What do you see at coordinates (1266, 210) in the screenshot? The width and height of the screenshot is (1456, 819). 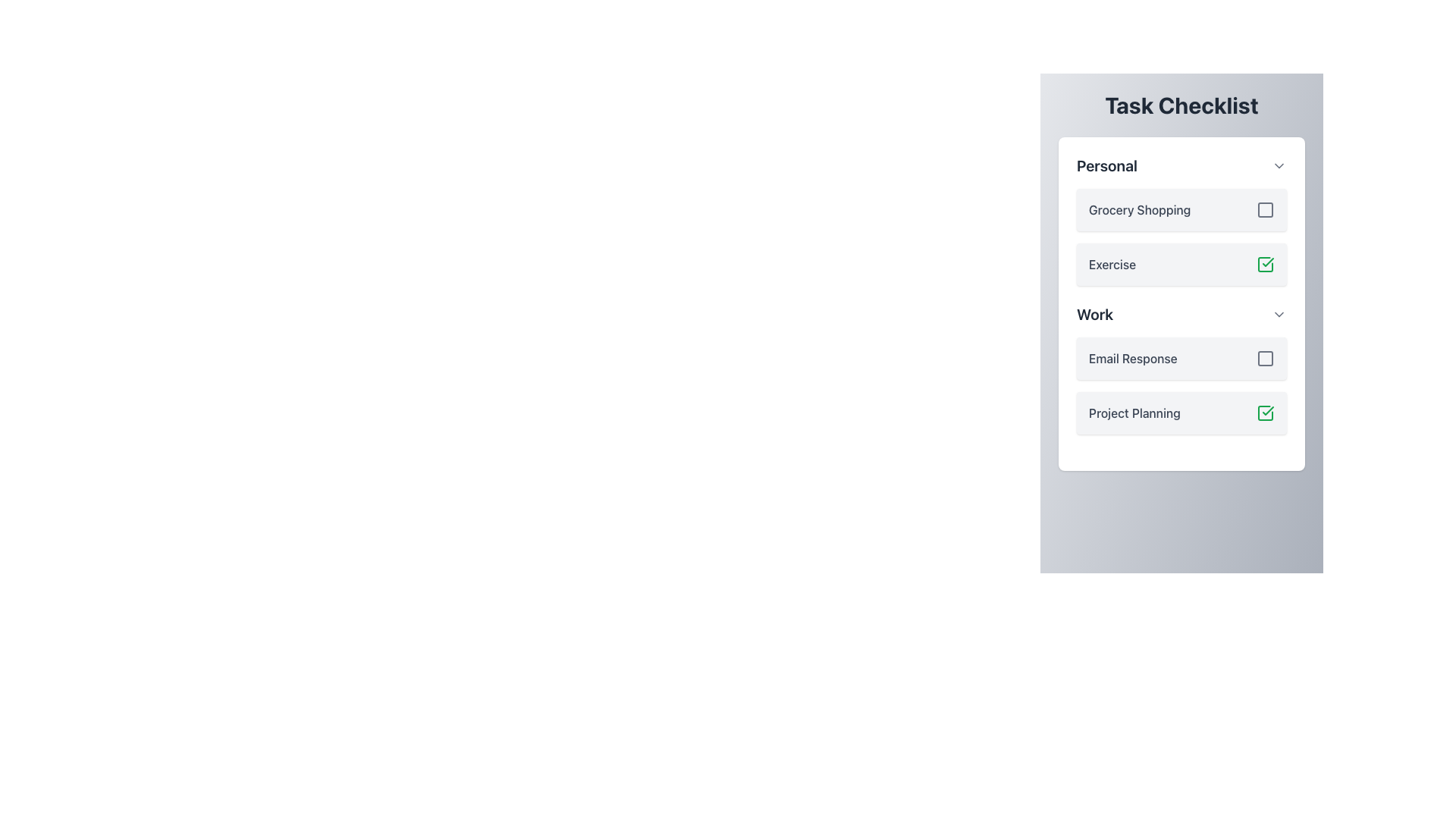 I see `the checklist icon next to the 'Grocery Shopping' item in the 'Personal' group` at bounding box center [1266, 210].